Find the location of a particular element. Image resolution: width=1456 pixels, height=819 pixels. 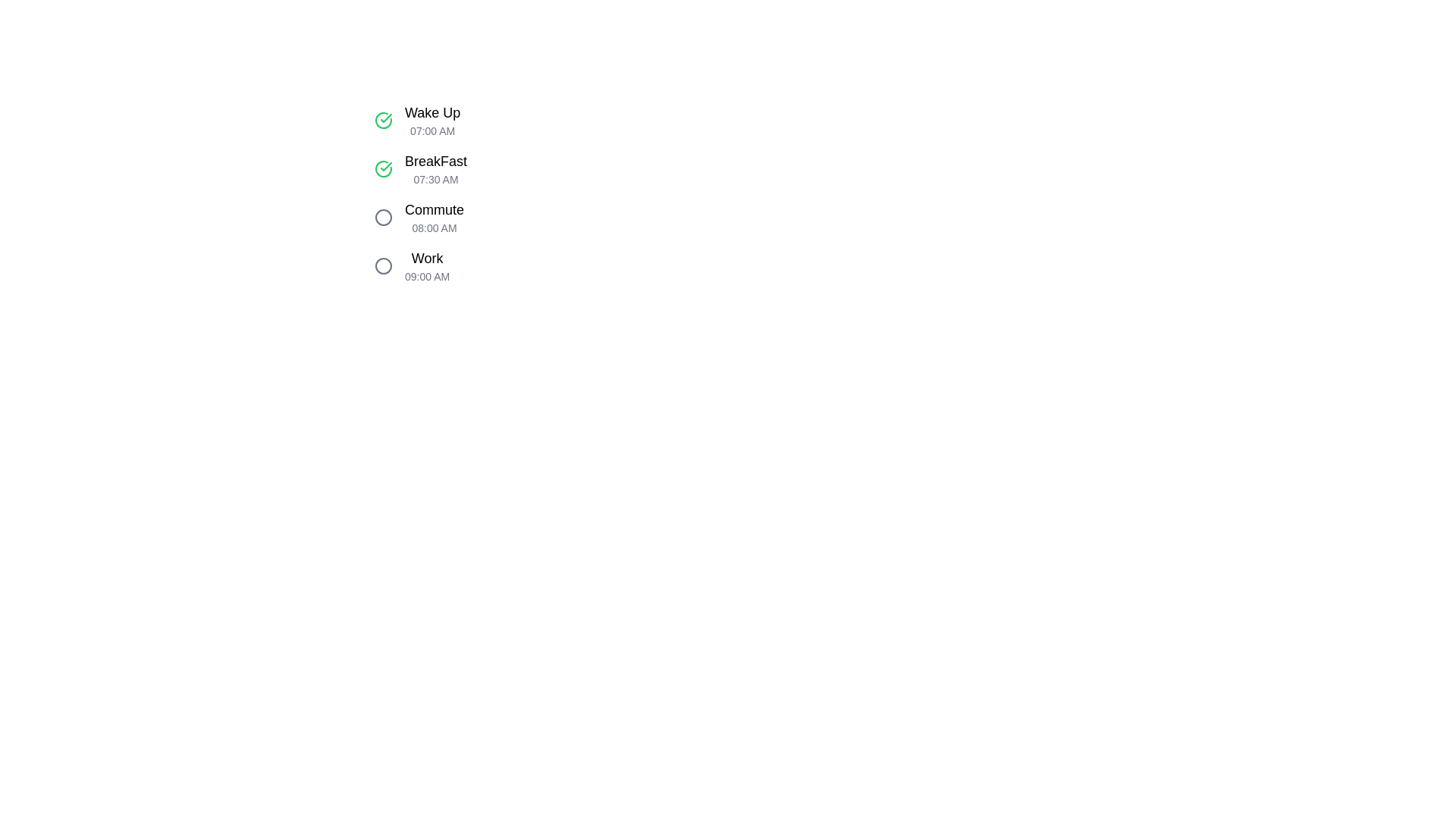

the task completion icon associated with 'BreakFast', which is located to the left of the text 'BreakFast' and '07:30 AM' is located at coordinates (383, 169).